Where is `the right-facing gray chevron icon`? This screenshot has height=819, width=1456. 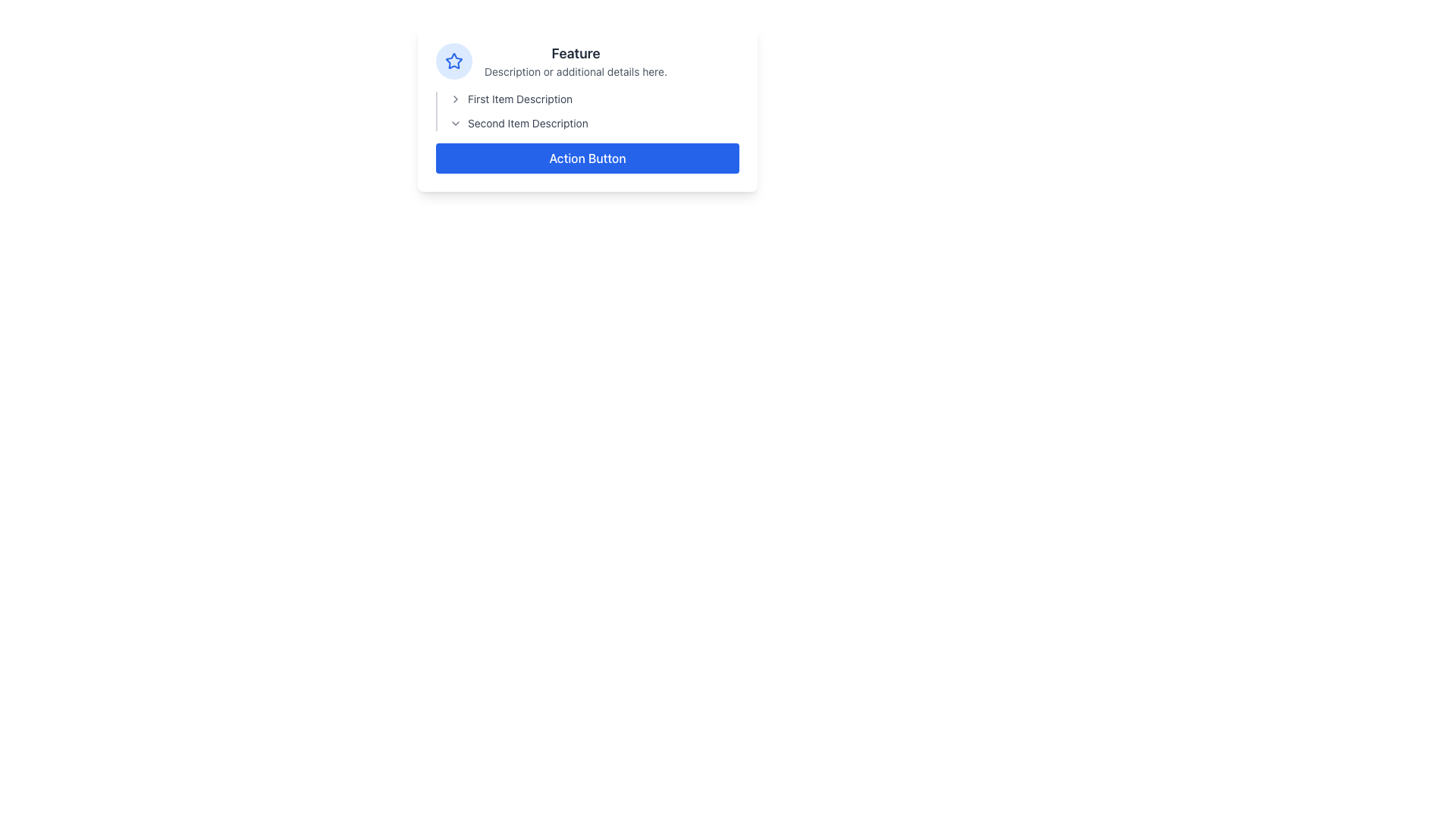 the right-facing gray chevron icon is located at coordinates (454, 99).